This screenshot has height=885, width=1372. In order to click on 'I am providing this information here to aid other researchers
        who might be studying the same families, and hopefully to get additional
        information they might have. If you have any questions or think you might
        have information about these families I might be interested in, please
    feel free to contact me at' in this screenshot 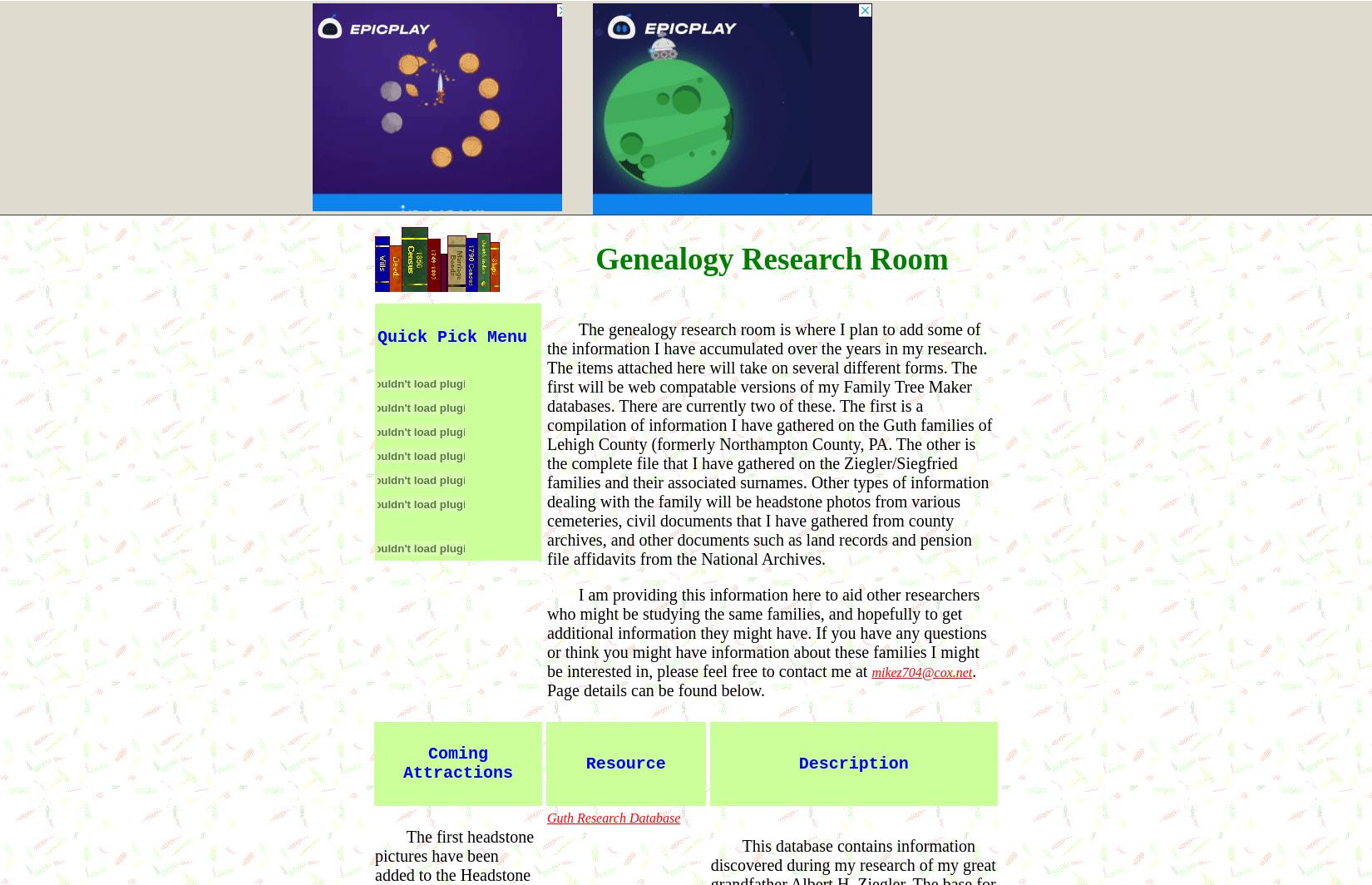, I will do `click(767, 632)`.